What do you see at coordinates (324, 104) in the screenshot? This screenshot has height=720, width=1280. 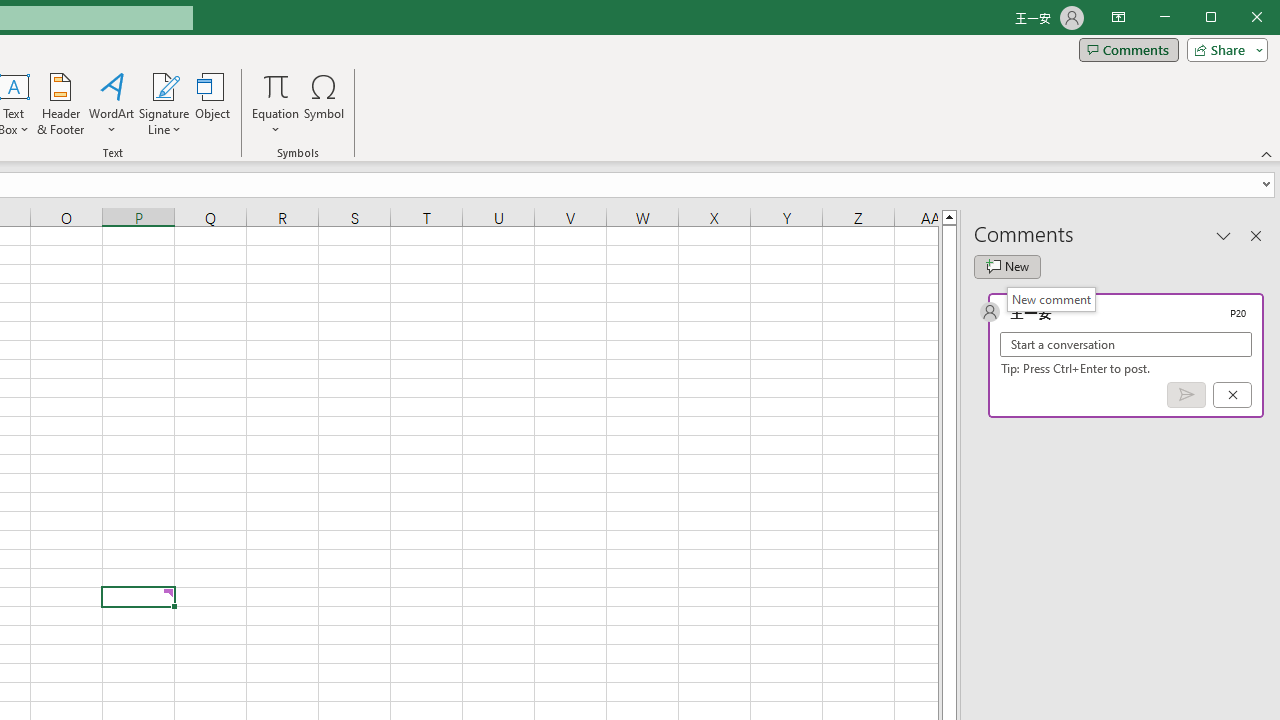 I see `'Symbol...'` at bounding box center [324, 104].